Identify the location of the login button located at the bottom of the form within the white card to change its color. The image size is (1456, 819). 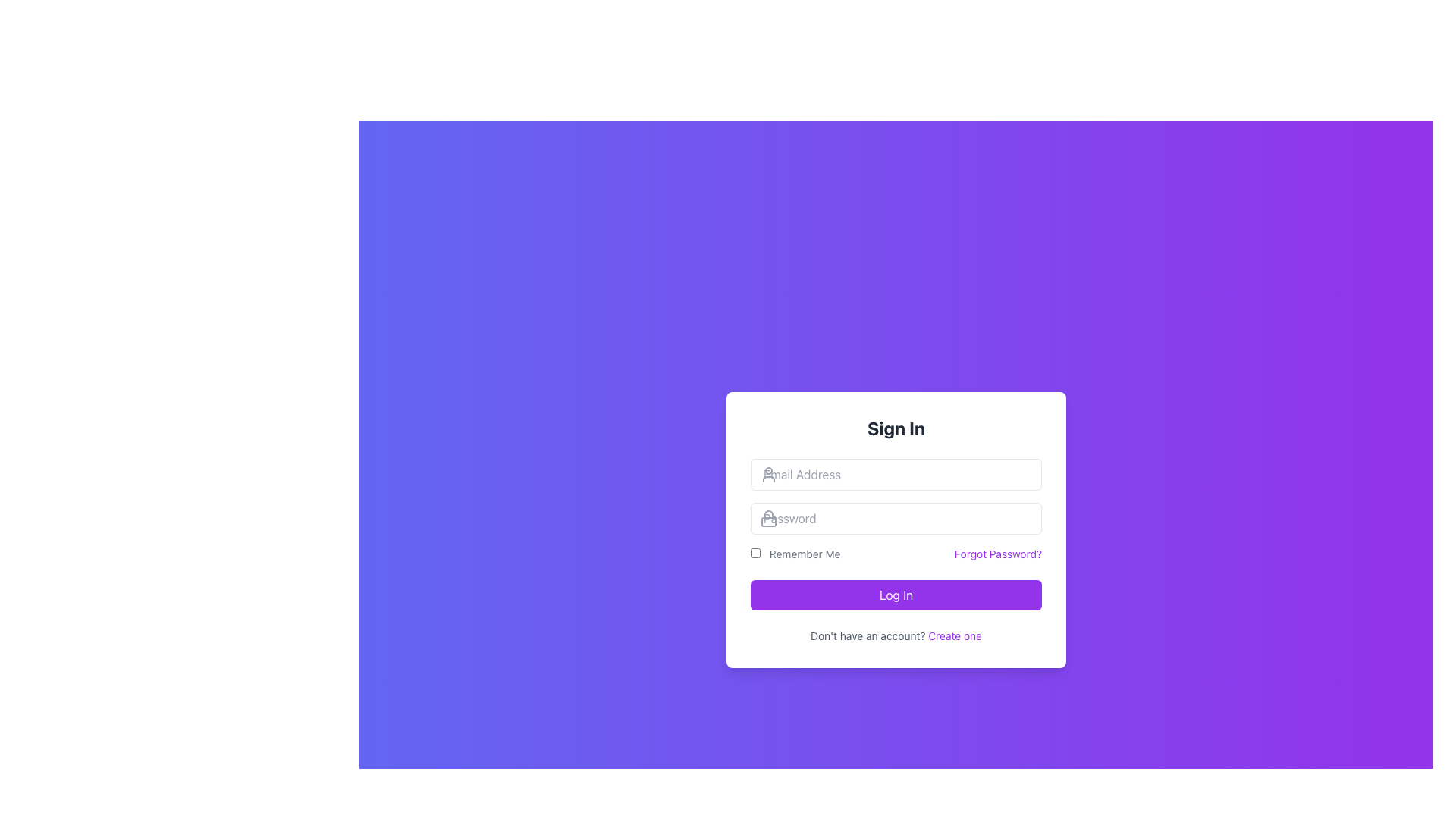
(896, 595).